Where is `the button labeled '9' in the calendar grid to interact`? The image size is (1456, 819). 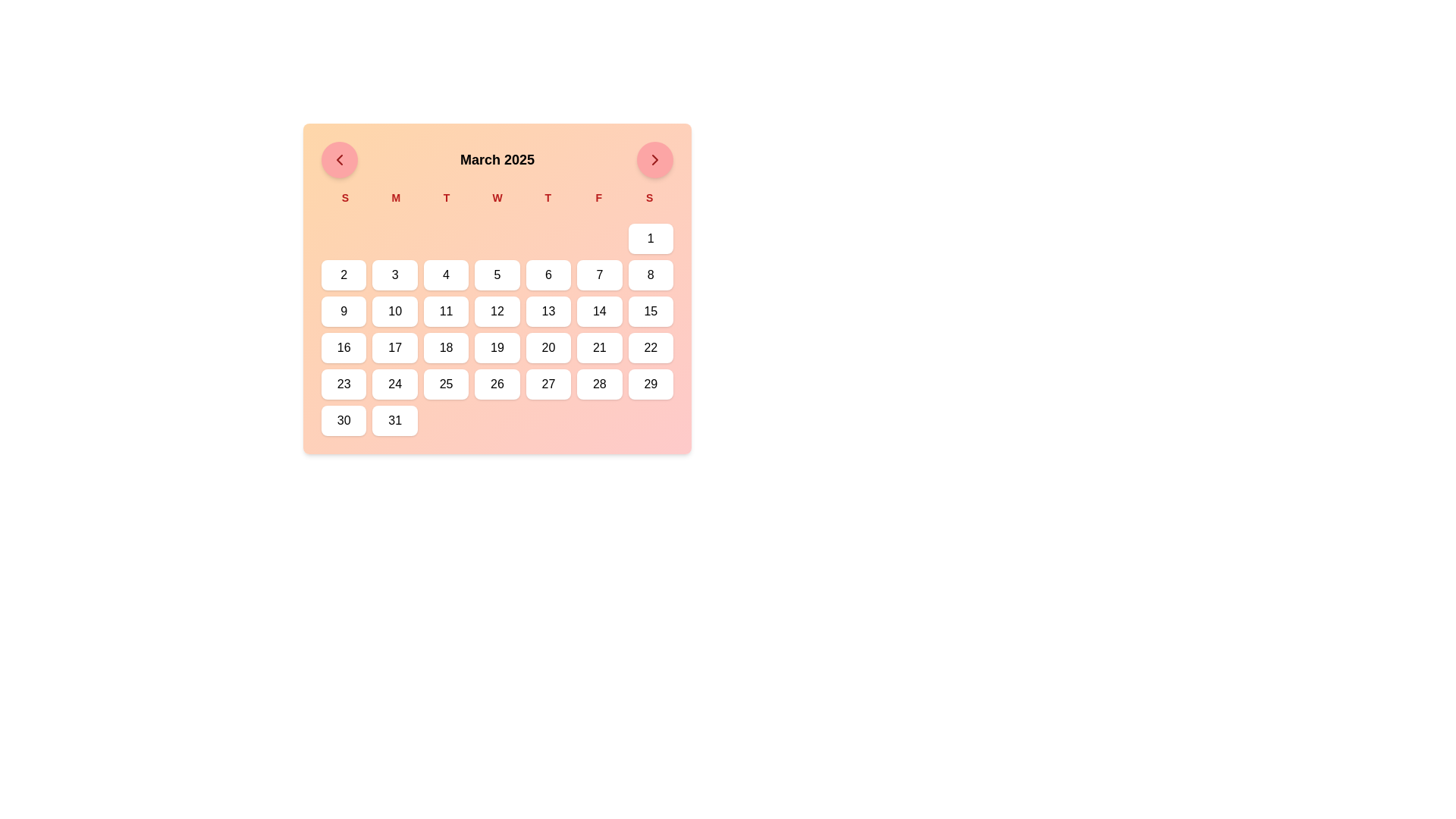 the button labeled '9' in the calendar grid to interact is located at coordinates (343, 311).